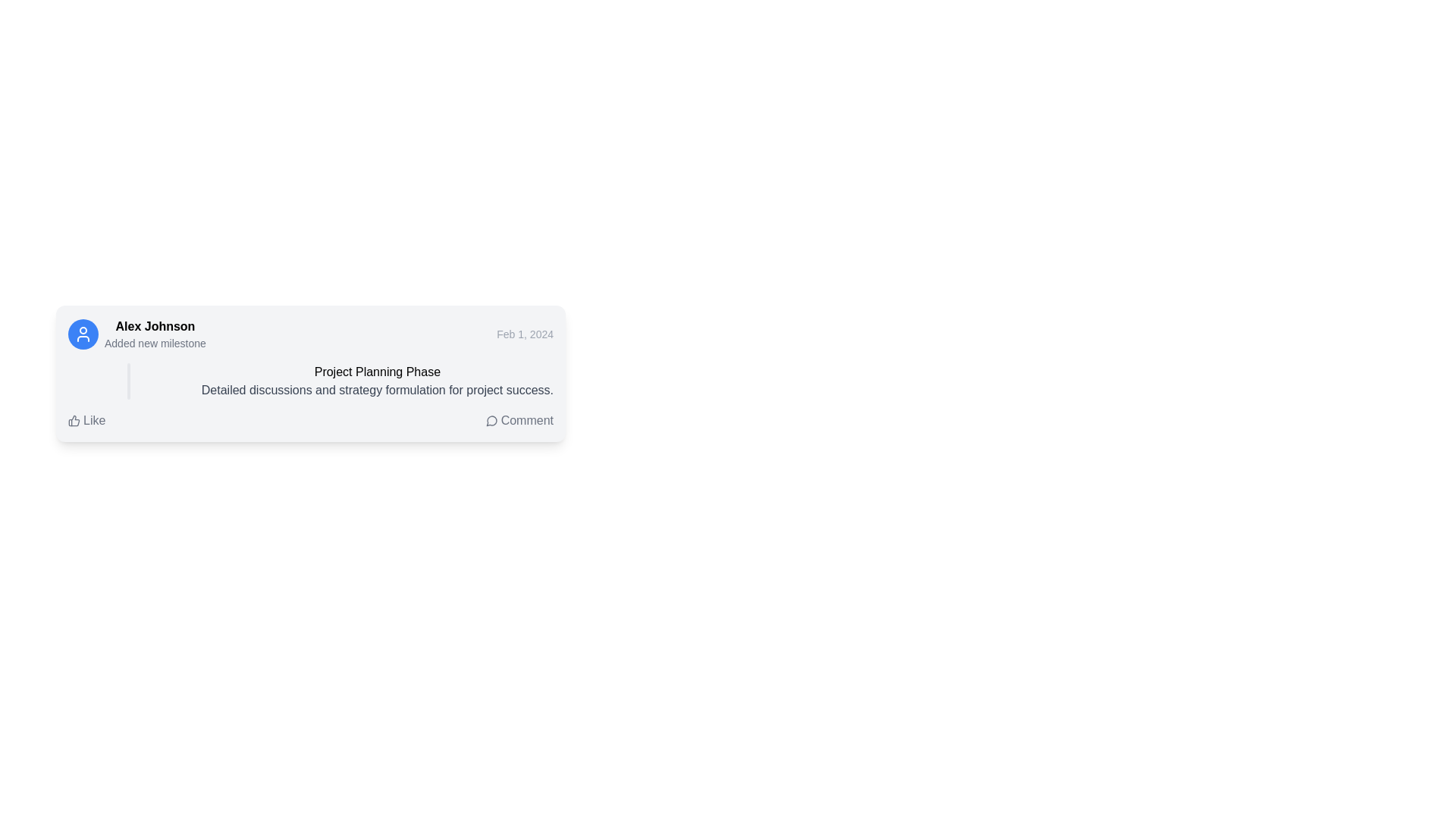 This screenshot has height=819, width=1456. What do you see at coordinates (491, 421) in the screenshot?
I see `the circular speech bubble icon located to the left of the 'Comment' label in the card's footer` at bounding box center [491, 421].